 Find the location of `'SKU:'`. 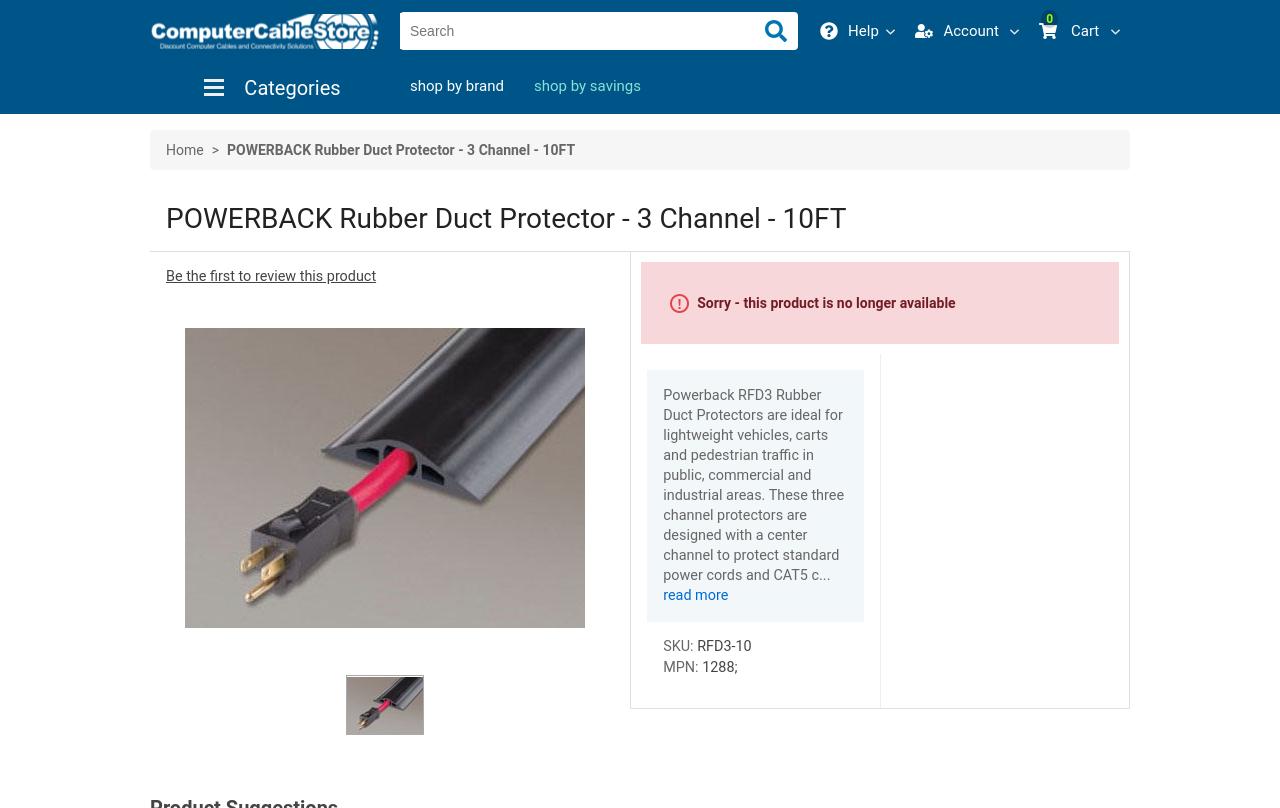

'SKU:' is located at coordinates (678, 646).